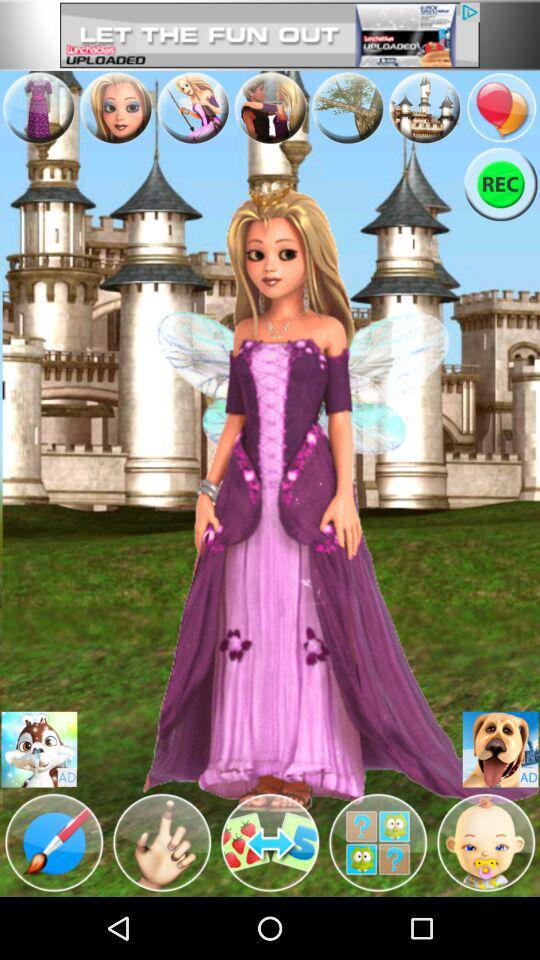 This screenshot has height=960, width=540. Describe the element at coordinates (423, 107) in the screenshot. I see `the app option` at that location.